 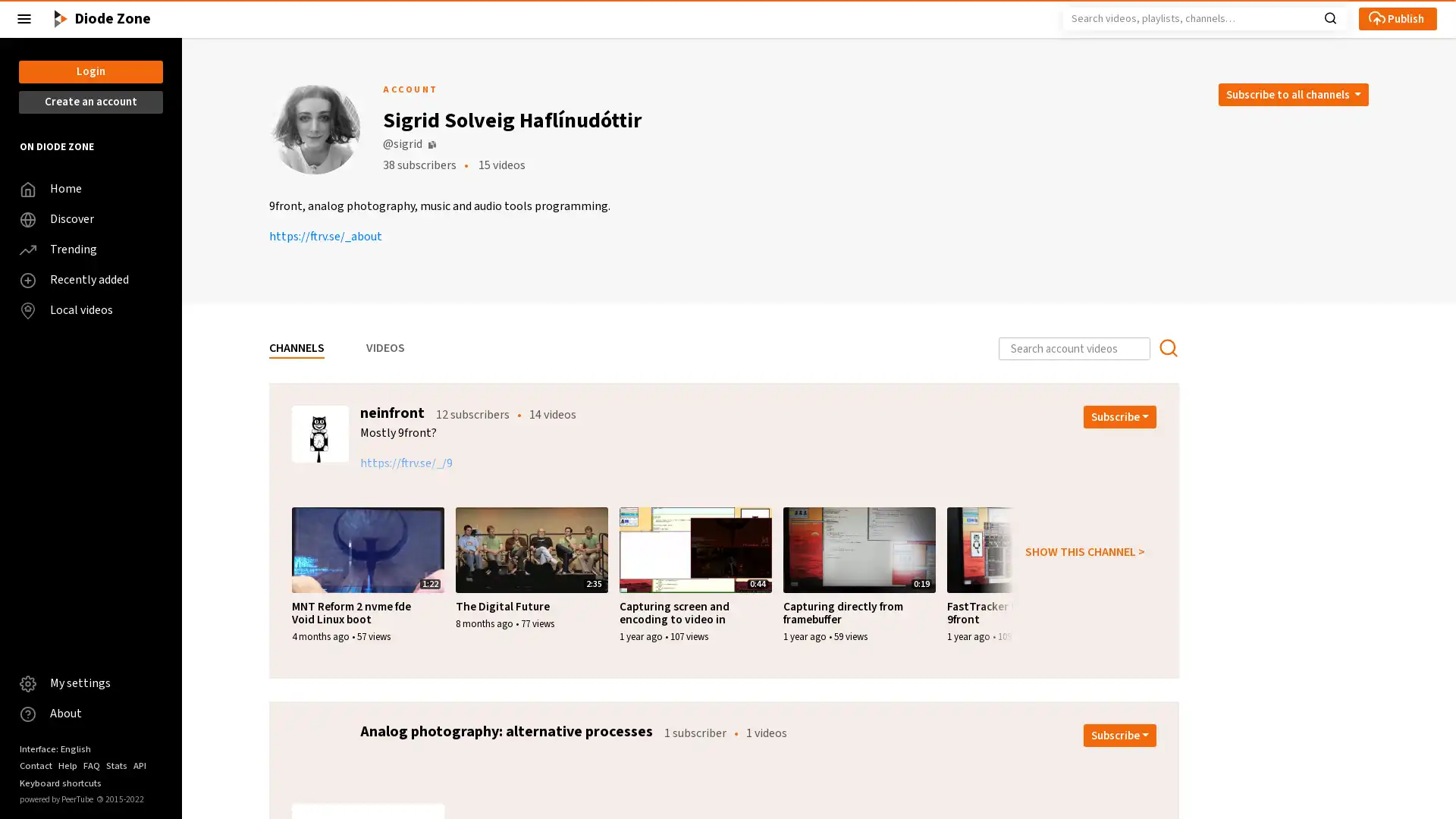 I want to click on Open subscription dropdown, so click(x=1291, y=94).